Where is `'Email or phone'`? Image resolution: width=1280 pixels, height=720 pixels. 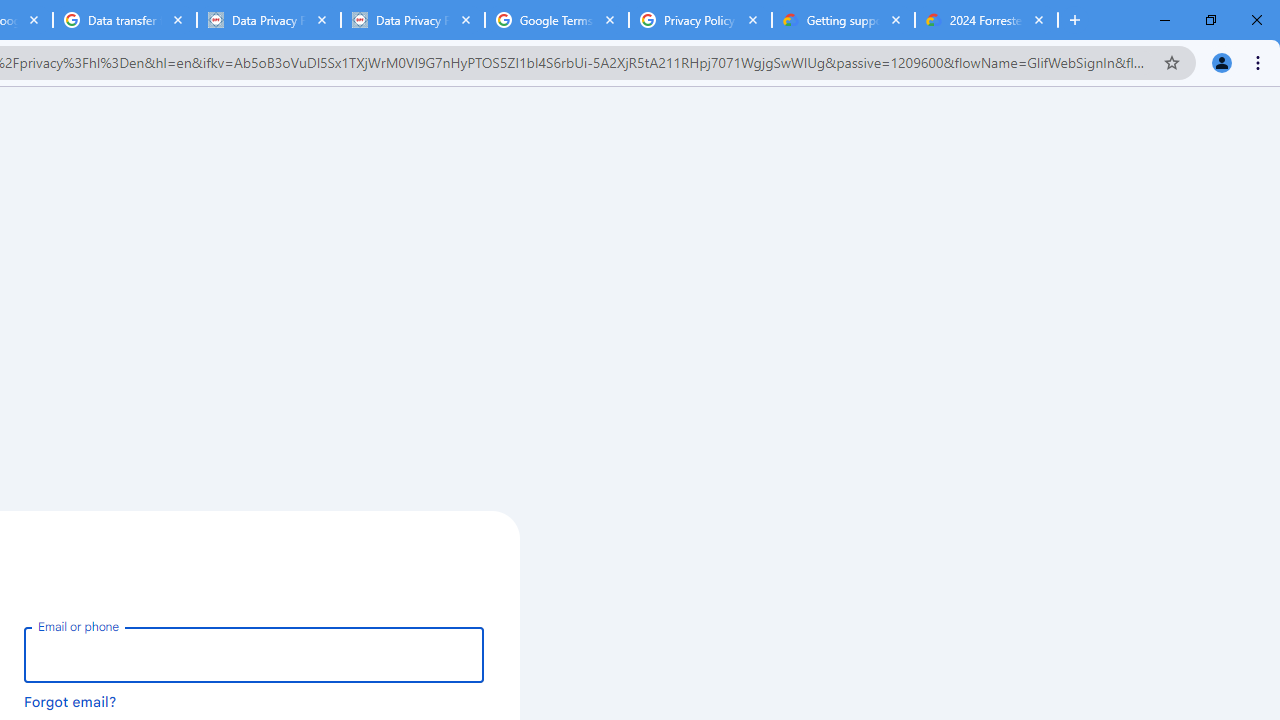 'Email or phone' is located at coordinates (253, 654).